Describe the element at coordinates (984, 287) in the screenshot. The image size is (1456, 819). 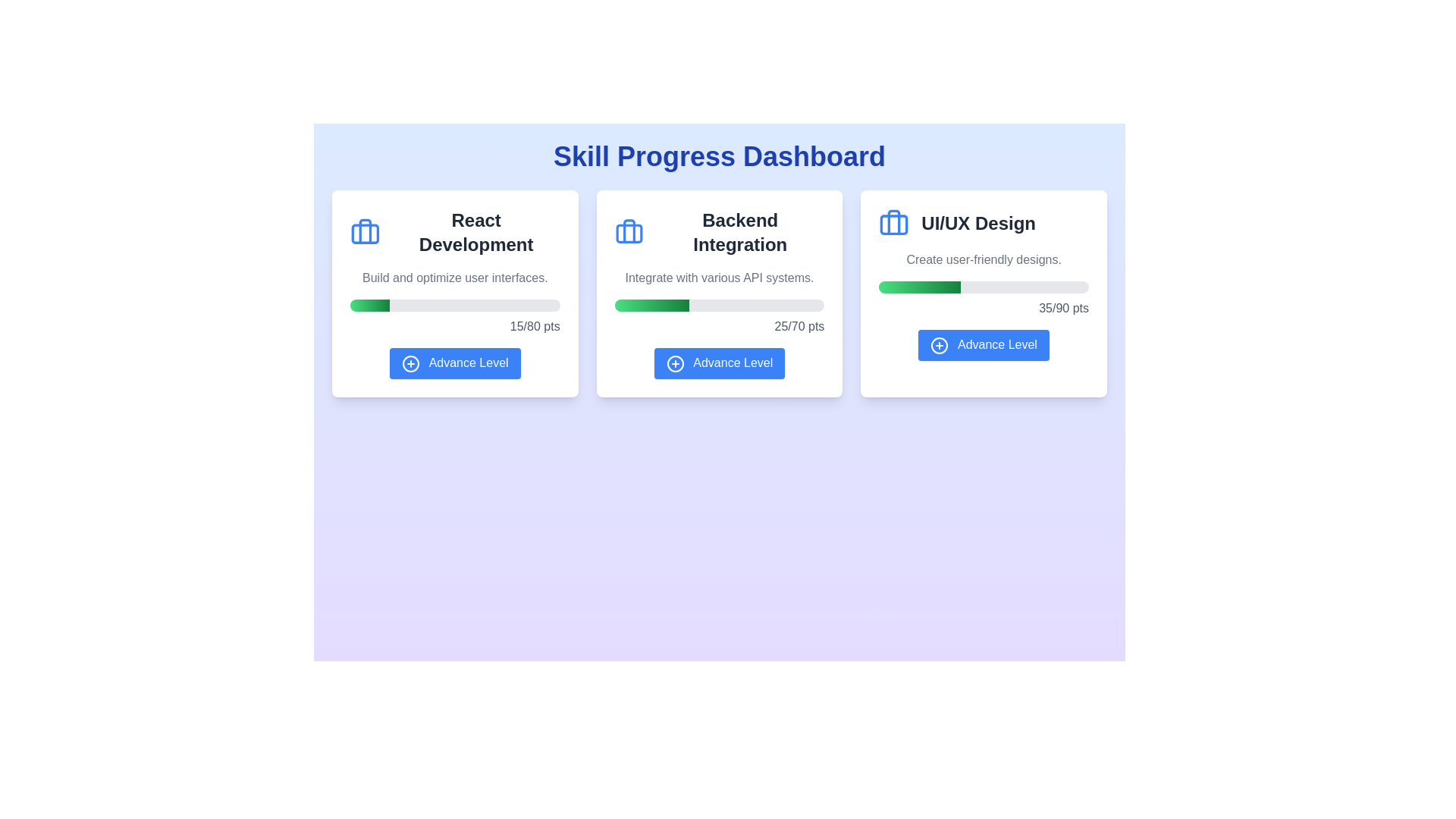
I see `the progress bar located in the 'UI/UX Design' card, which is directly above the text '35/90 pts'` at that location.